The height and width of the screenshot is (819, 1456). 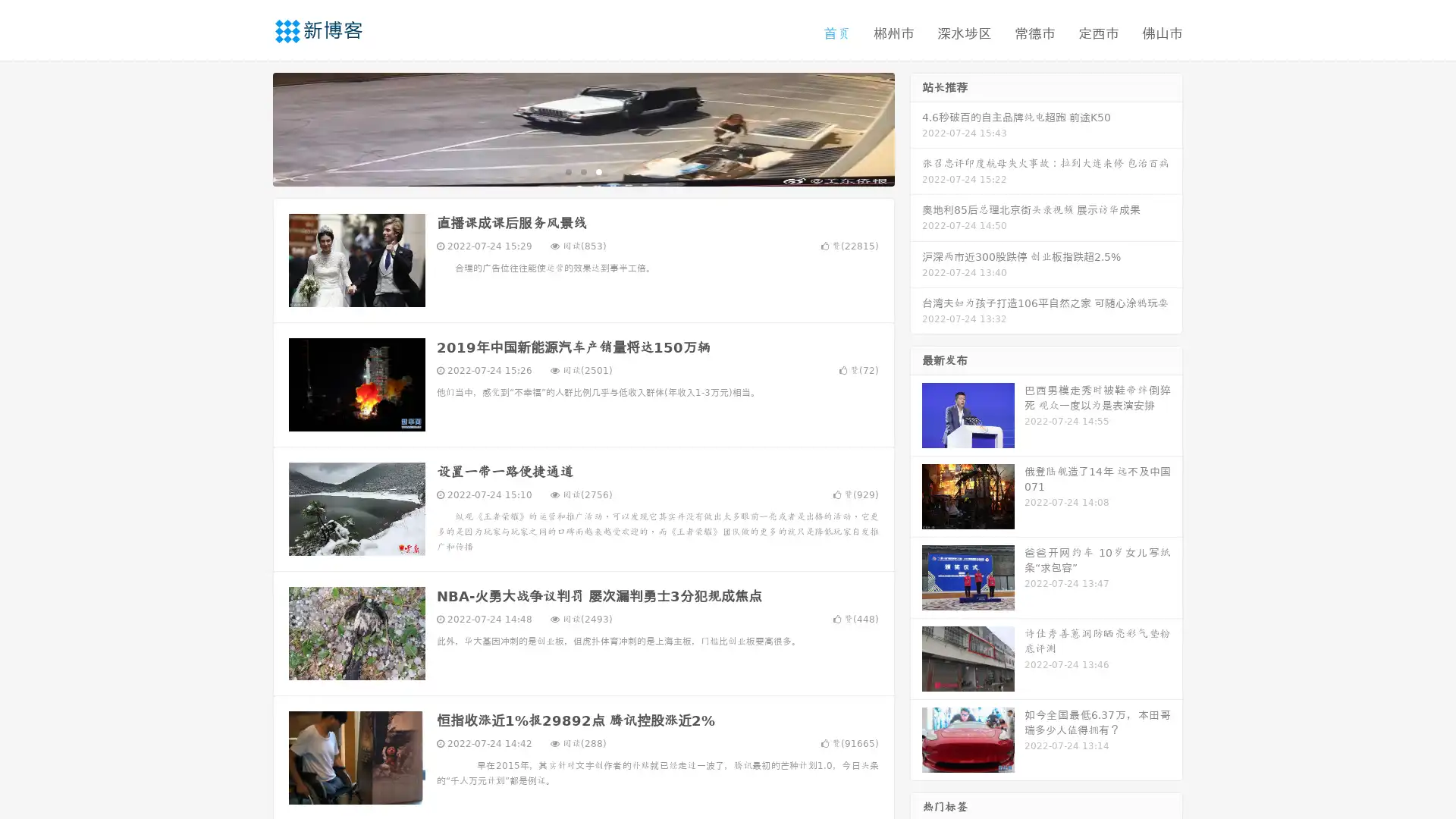 I want to click on Go to slide 3, so click(x=598, y=171).